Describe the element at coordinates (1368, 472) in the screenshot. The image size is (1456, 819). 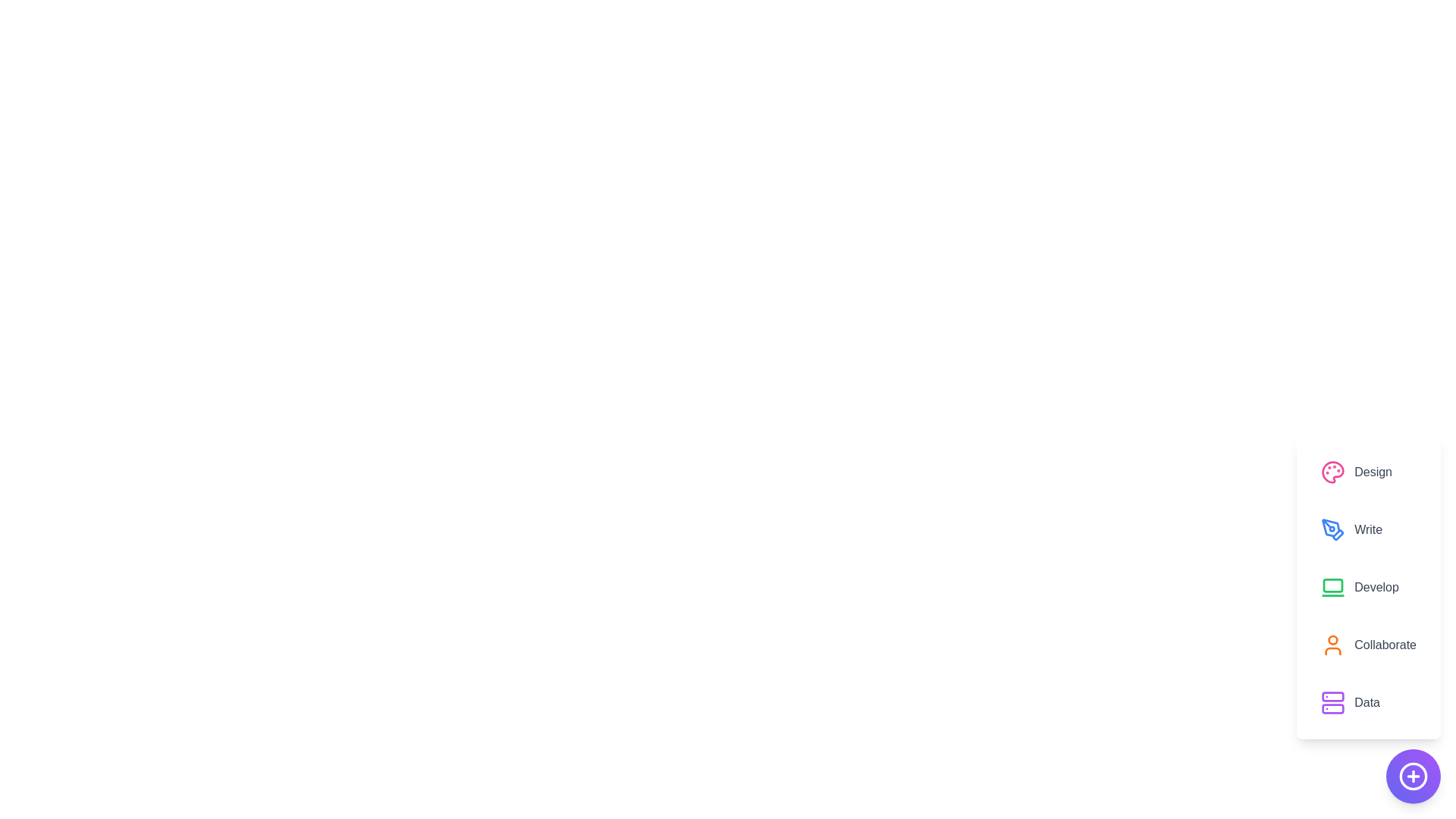
I see `the option labeled Design to preview its effect` at that location.